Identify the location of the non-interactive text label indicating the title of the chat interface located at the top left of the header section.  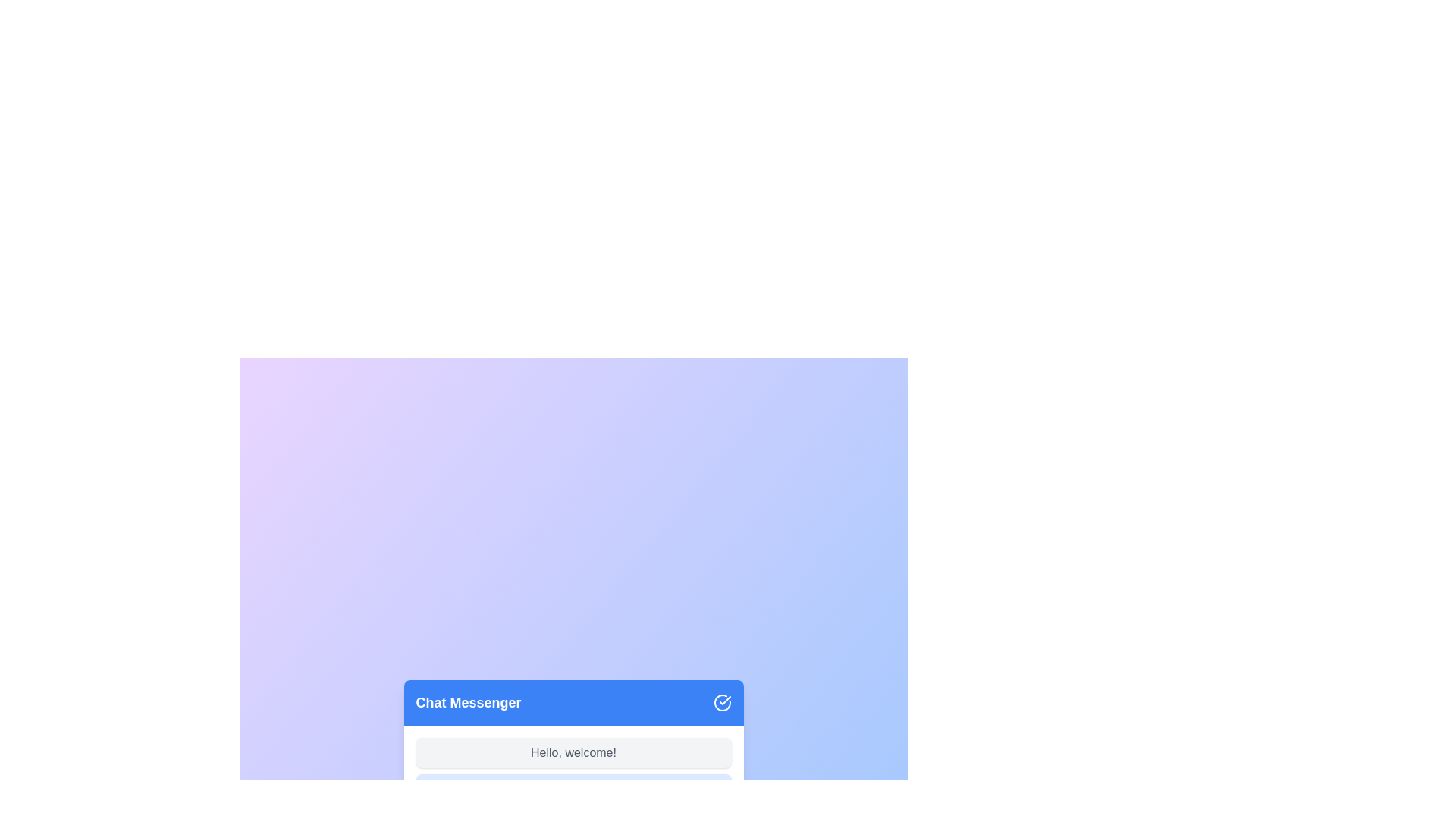
(468, 702).